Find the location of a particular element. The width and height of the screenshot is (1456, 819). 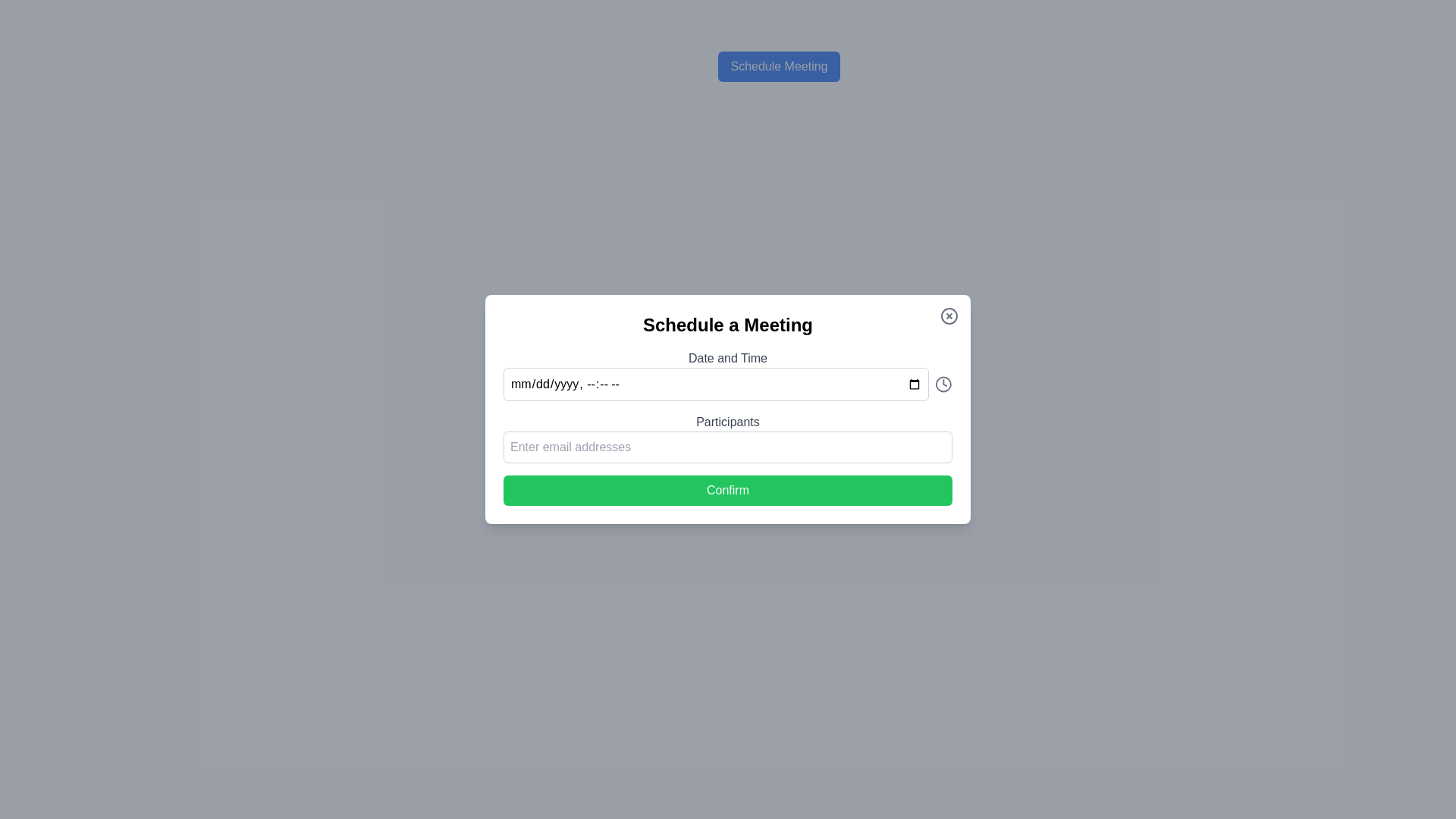

the text label displaying 'Date and Time', which is styled in gray and positioned centrally above the date-time input field in the modal popup is located at coordinates (728, 359).